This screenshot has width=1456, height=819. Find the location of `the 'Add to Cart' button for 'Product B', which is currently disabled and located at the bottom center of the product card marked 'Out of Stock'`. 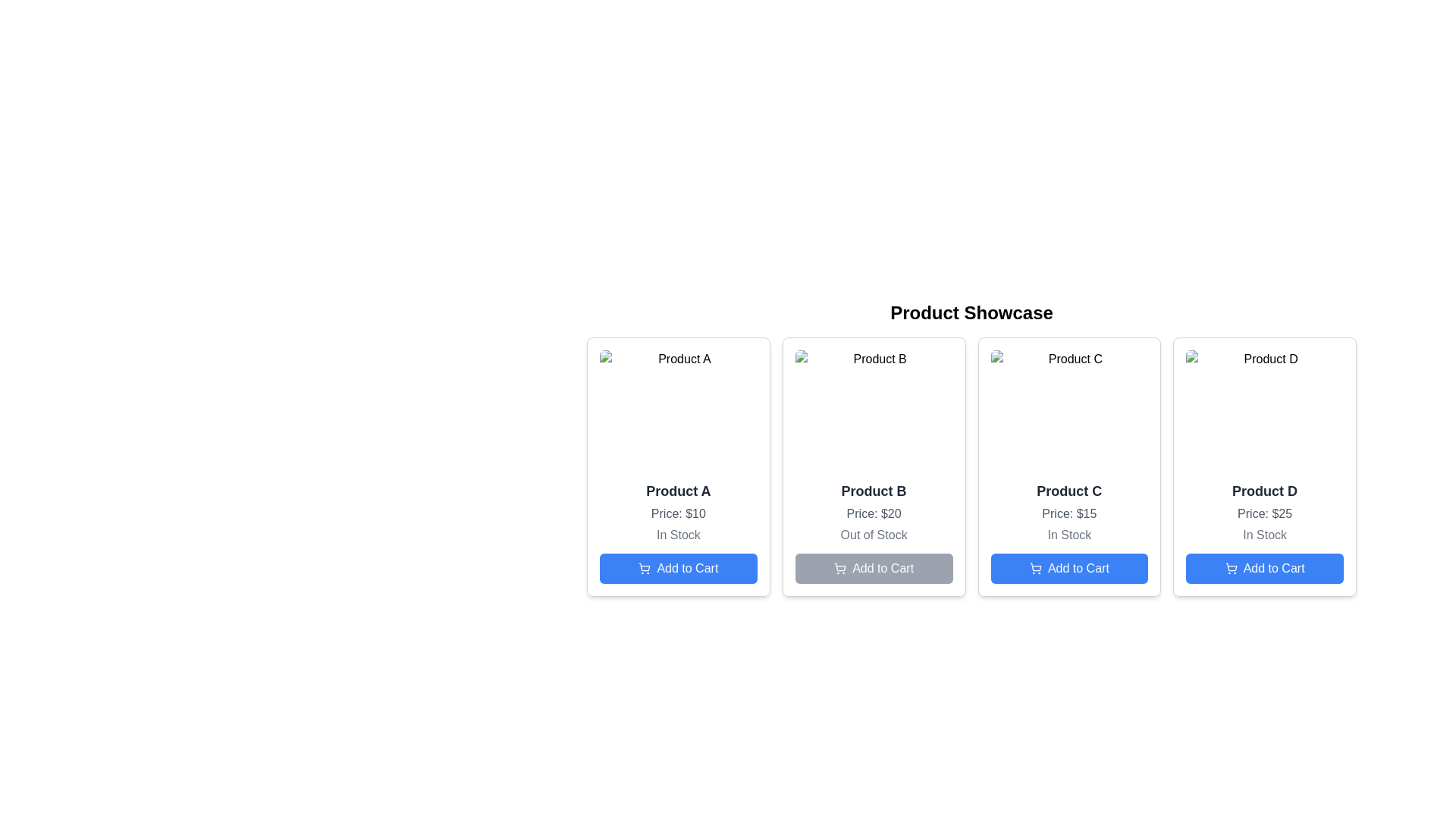

the 'Add to Cart' button for 'Product B', which is currently disabled and located at the bottom center of the product card marked 'Out of Stock' is located at coordinates (874, 568).